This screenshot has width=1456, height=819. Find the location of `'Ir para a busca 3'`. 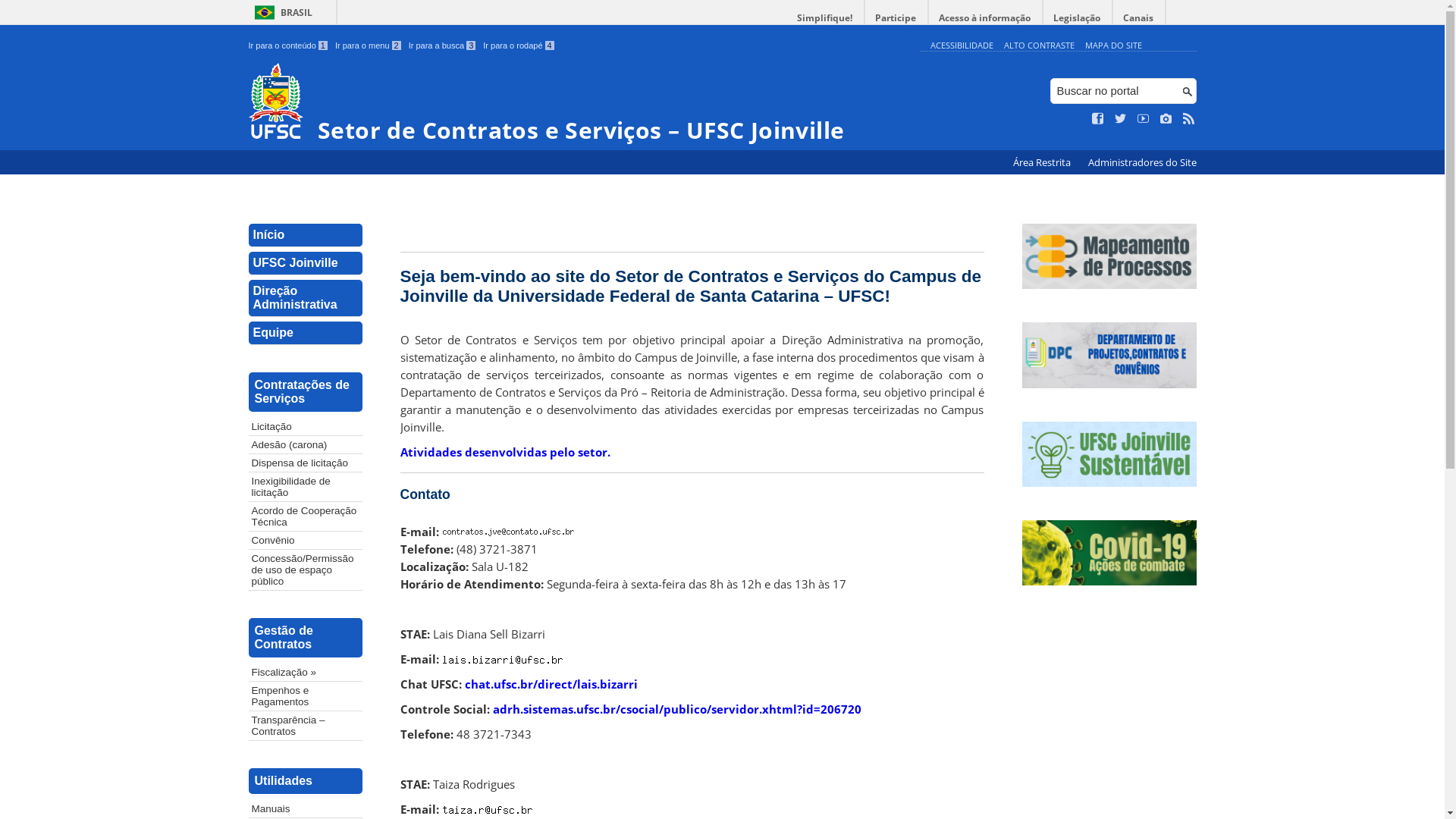

'Ir para a busca 3' is located at coordinates (441, 45).